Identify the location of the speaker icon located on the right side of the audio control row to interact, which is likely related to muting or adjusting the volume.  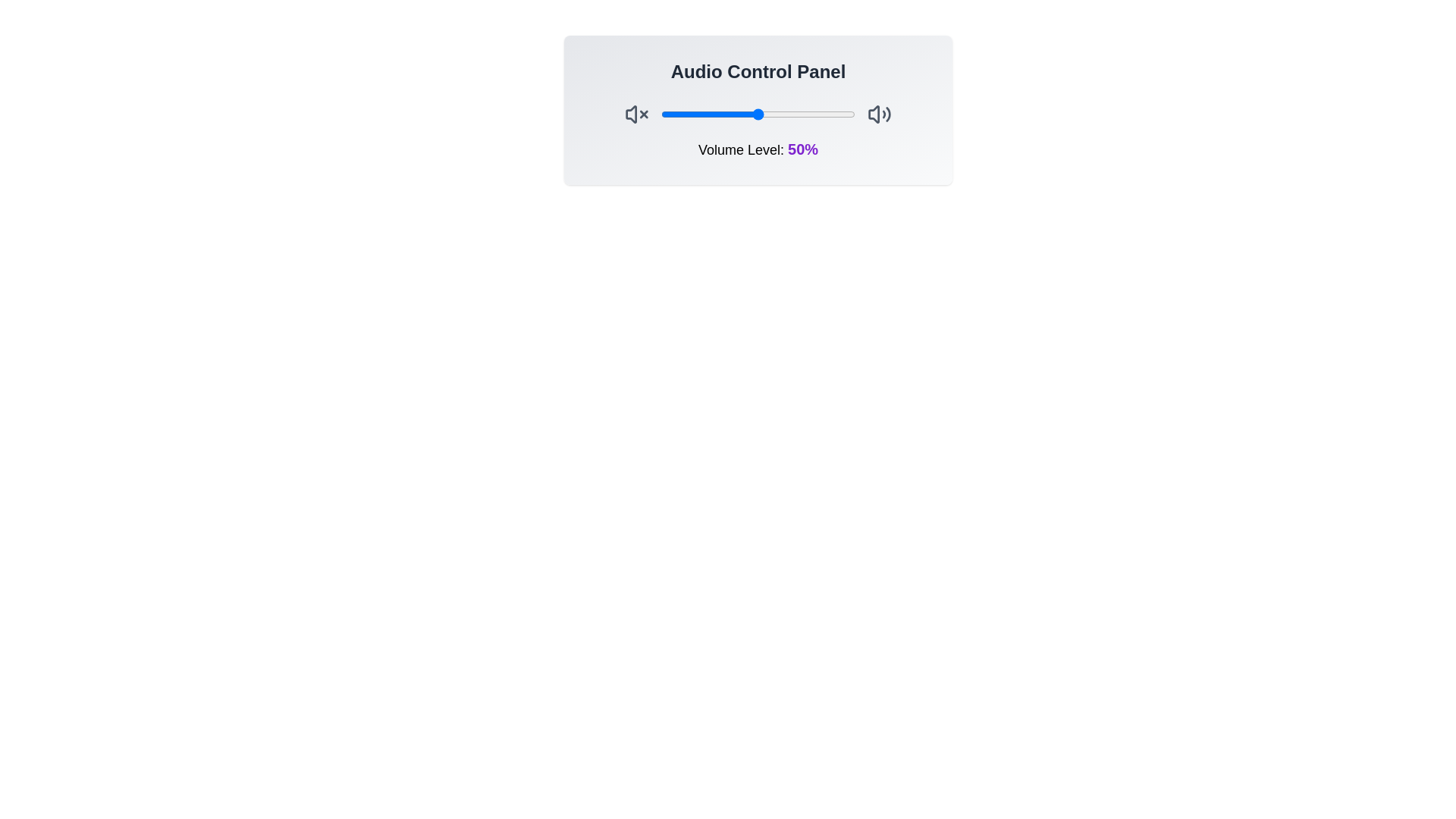
(874, 113).